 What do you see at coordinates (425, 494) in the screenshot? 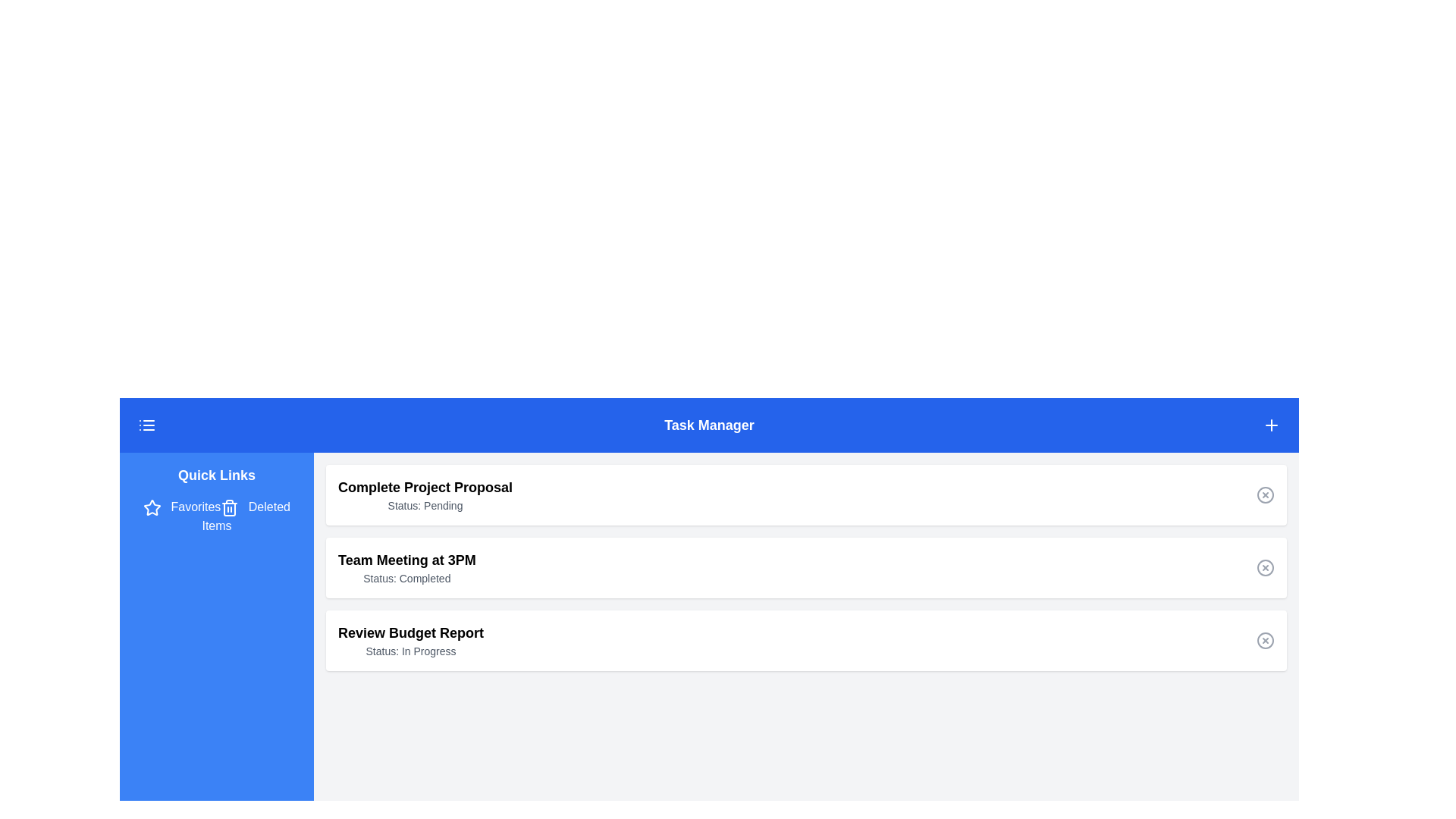
I see `the Informational text block displaying the title 'Complete Project Proposal' and the status 'Pending', which is the first item in a card-like component below the blue header bar` at bounding box center [425, 494].